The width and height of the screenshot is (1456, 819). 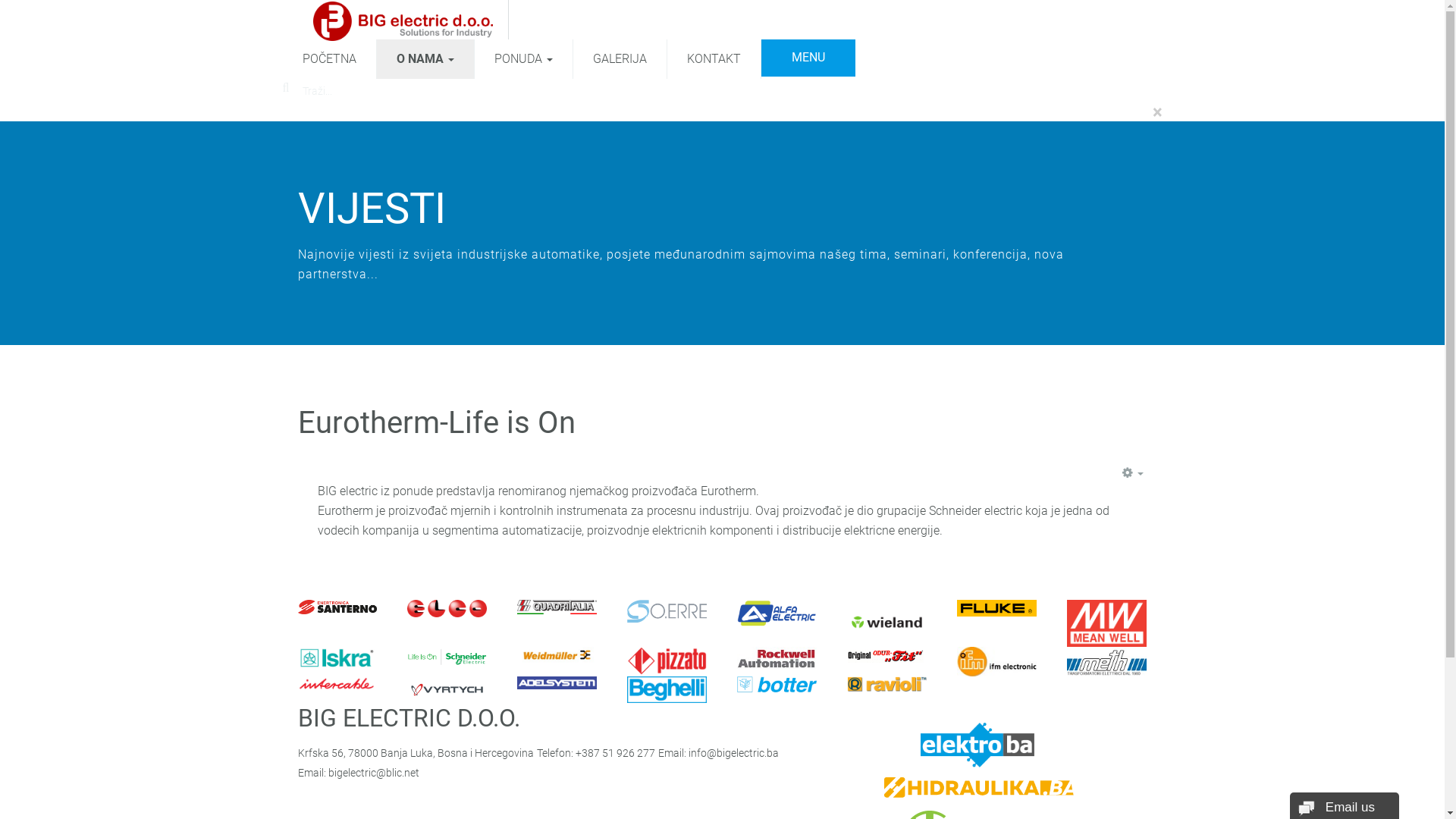 What do you see at coordinates (523, 58) in the screenshot?
I see `'PONUDA'` at bounding box center [523, 58].